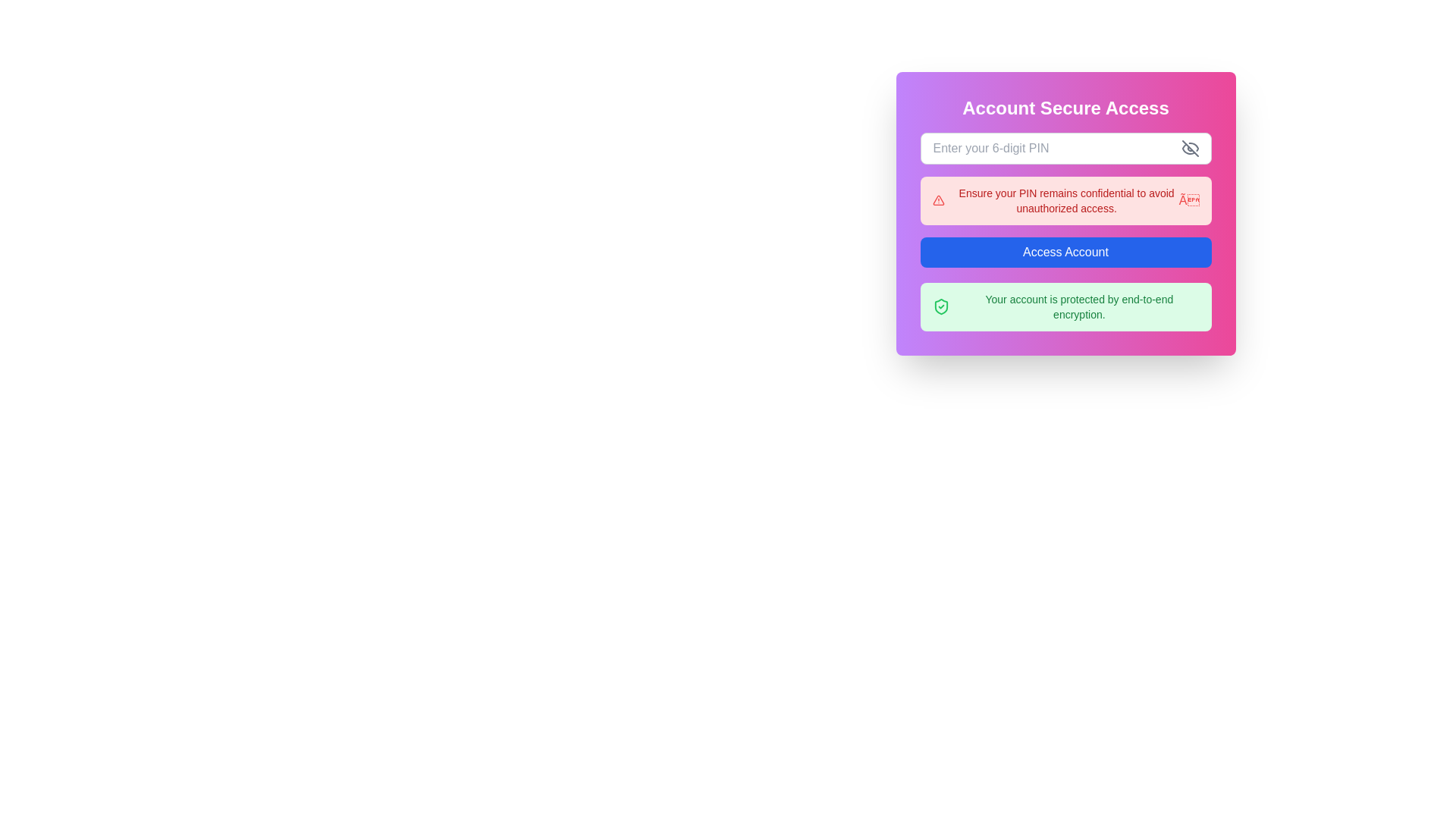 This screenshot has width=1456, height=819. I want to click on the informational notification box that provides assurance about account security through end-to-end encryption, located below the blue 'Access Account' button, so click(1065, 307).